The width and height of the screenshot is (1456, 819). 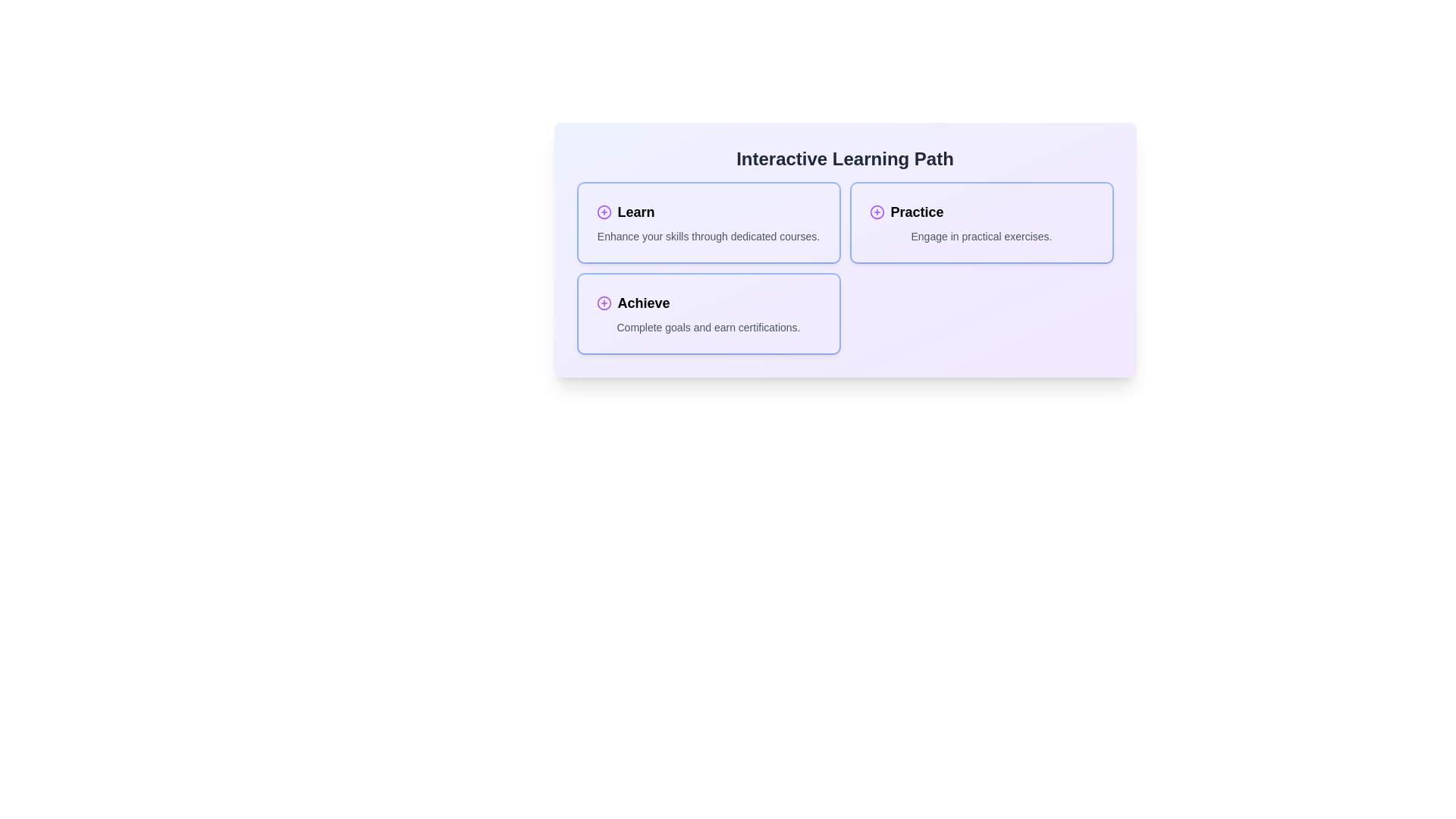 I want to click on the circular SVG element that indicates actions or statuses, which is positioned to the left of the 'Achieve' text, so click(x=603, y=303).